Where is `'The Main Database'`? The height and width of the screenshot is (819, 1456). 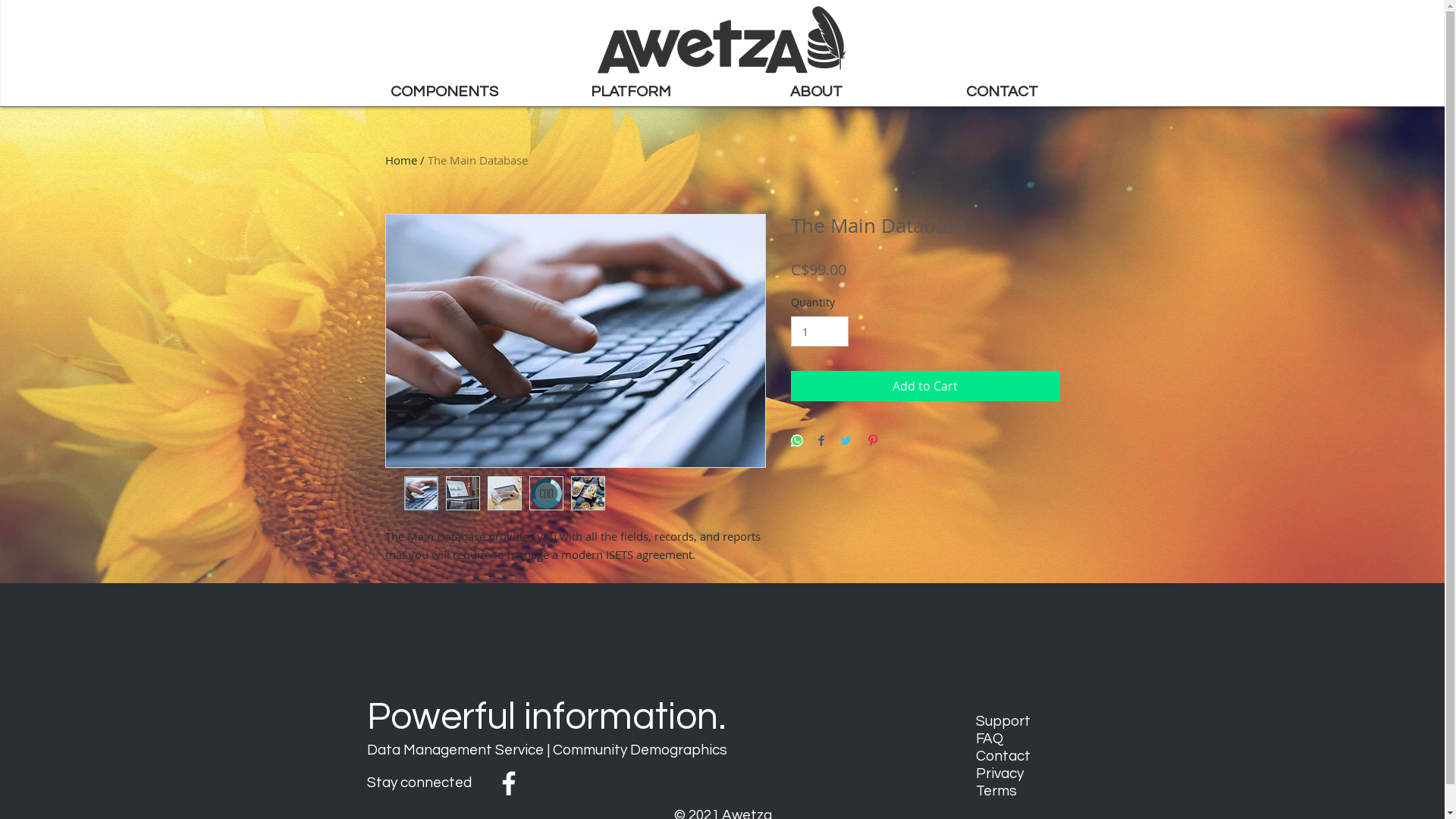
'The Main Database' is located at coordinates (476, 160).